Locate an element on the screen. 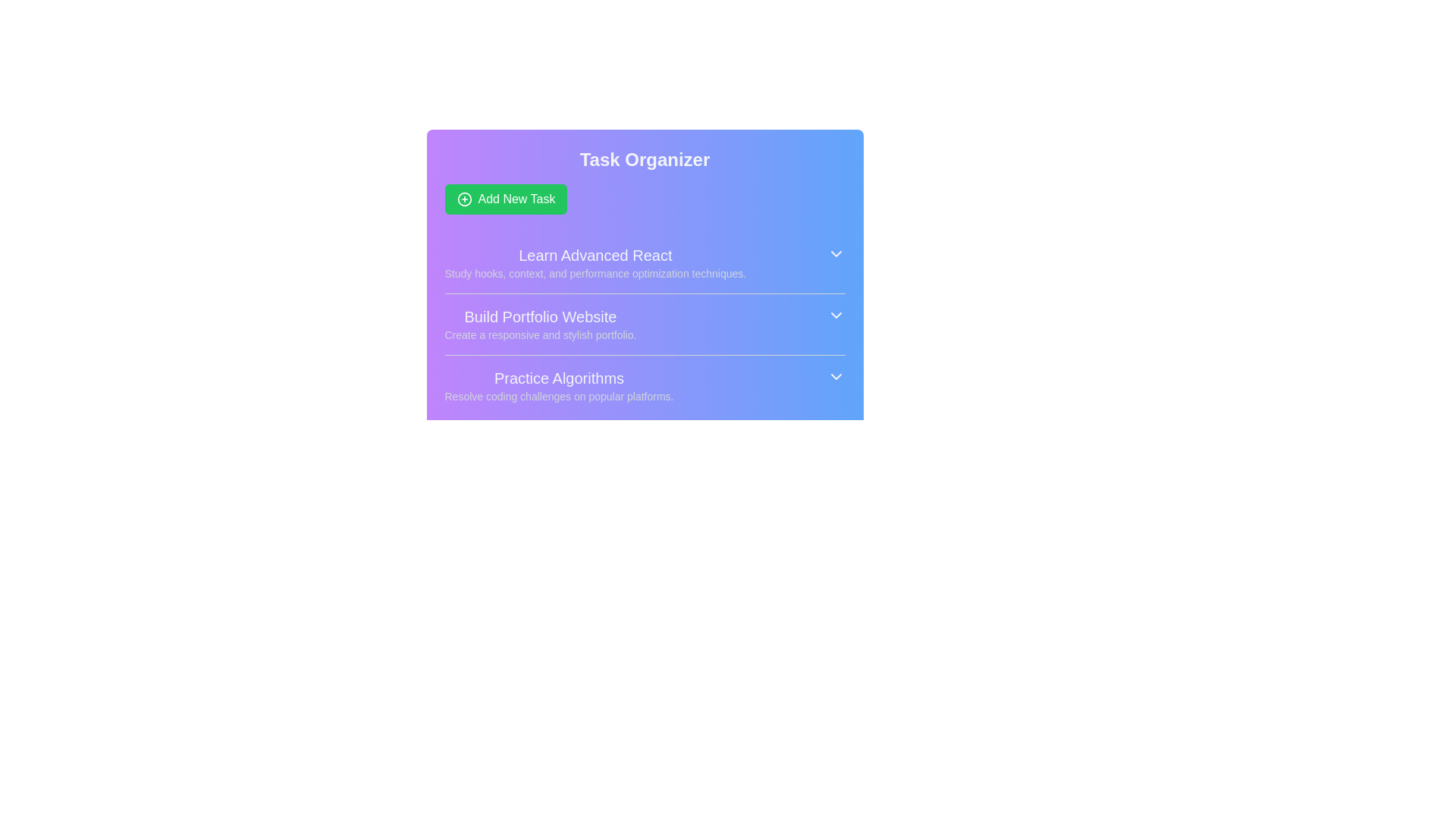  the chevron button located in the rightmost part of the 'Practice Algorithms' section is located at coordinates (835, 376).